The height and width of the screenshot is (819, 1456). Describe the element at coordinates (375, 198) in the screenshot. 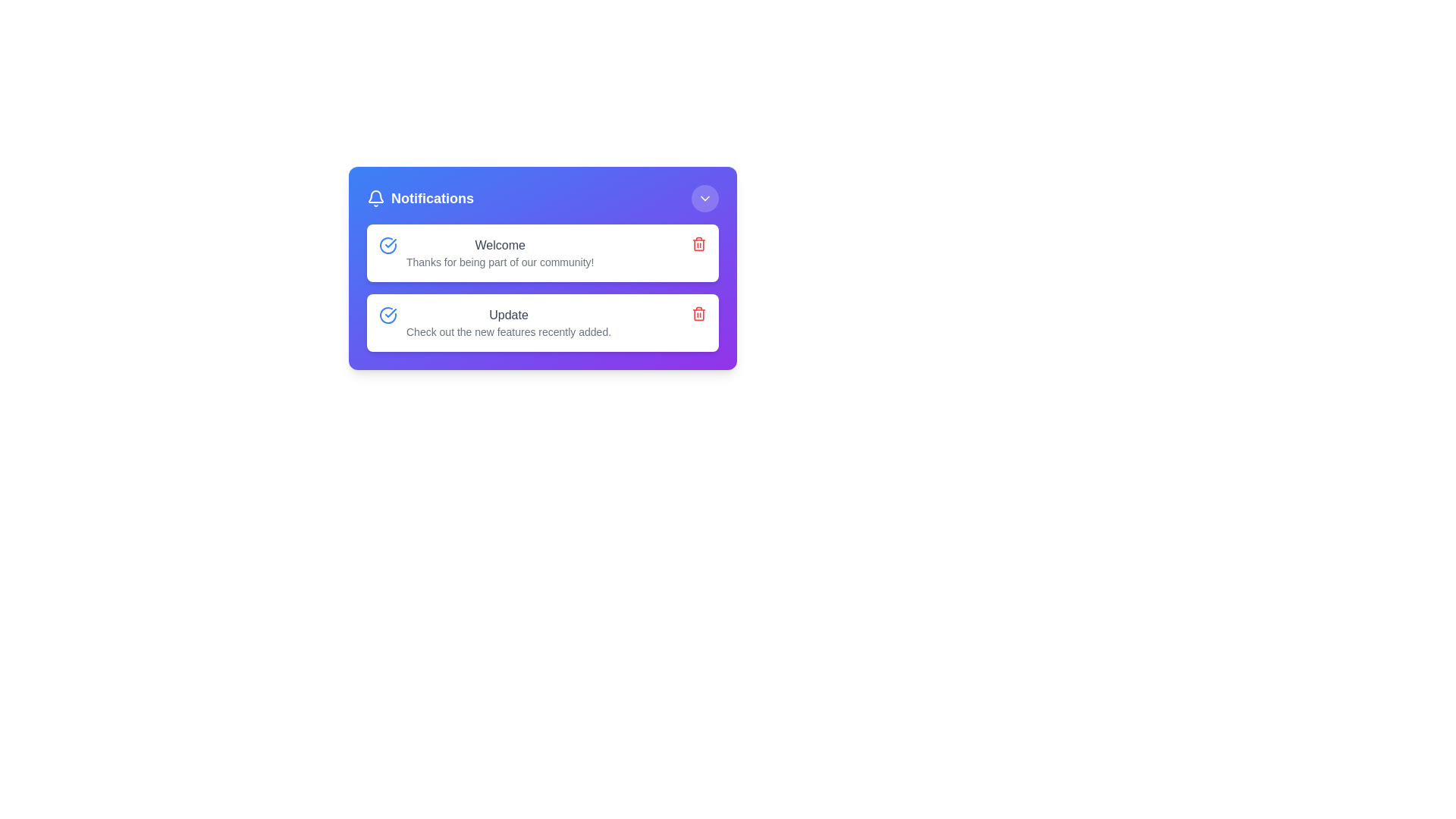

I see `the bell-shaped notification icon with a circular notification indicator, which is located in the header of the notification panel, adjacent to the text "Notifications"` at that location.